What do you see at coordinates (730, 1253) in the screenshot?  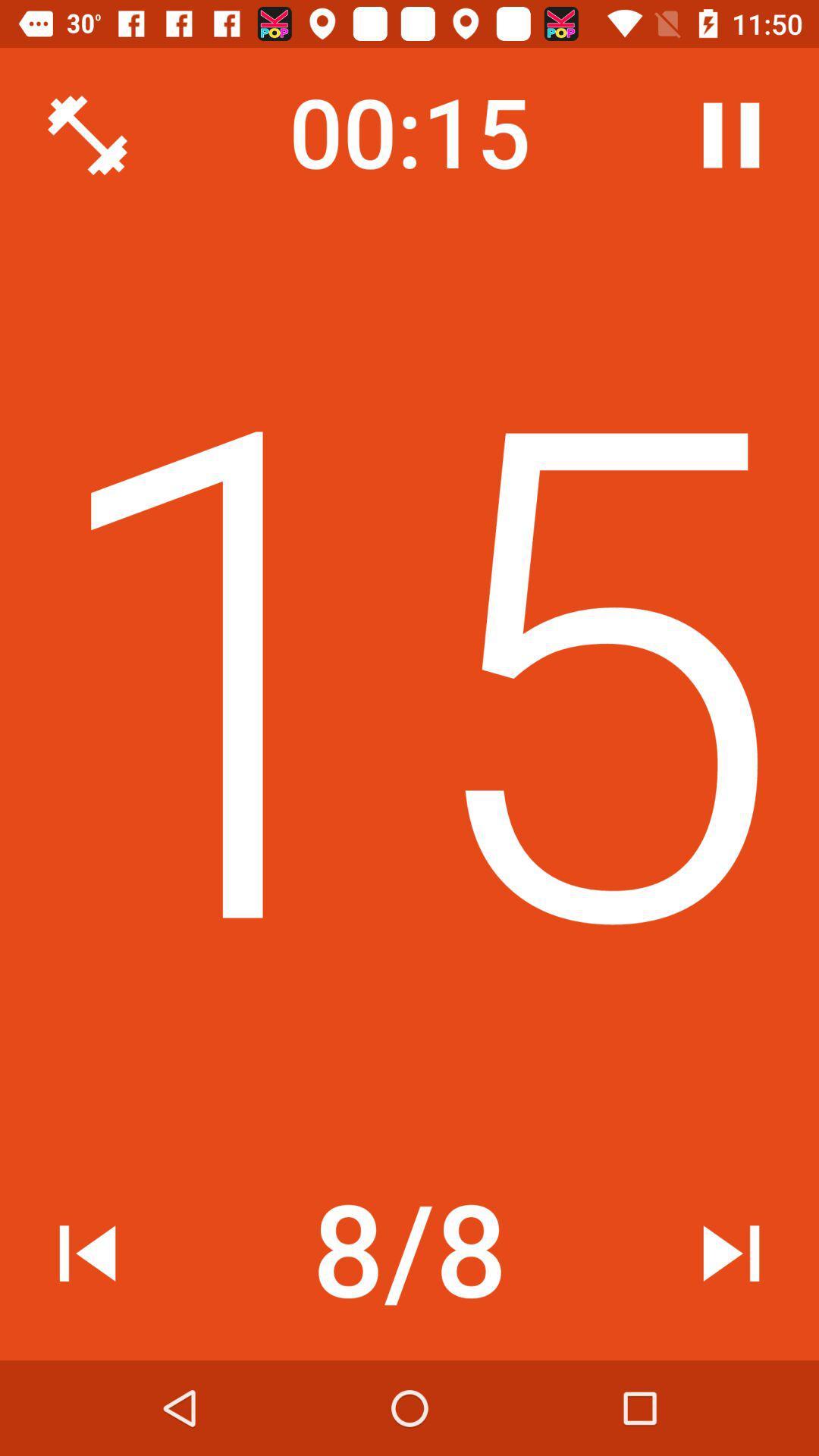 I see `the item below the 14` at bounding box center [730, 1253].